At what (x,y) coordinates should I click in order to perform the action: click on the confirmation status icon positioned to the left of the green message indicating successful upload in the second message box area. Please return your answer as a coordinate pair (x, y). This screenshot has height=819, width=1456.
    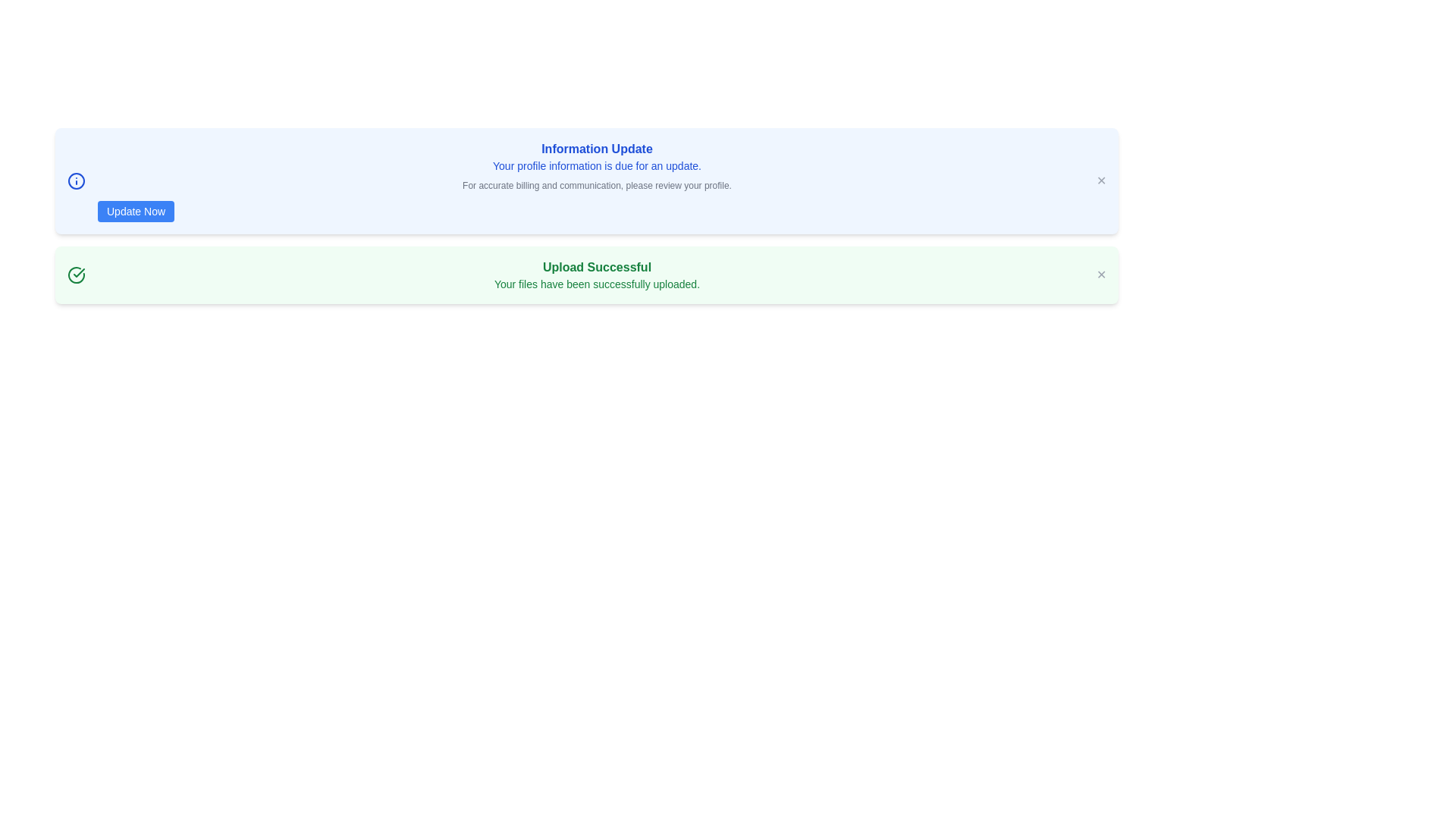
    Looking at the image, I should click on (78, 271).